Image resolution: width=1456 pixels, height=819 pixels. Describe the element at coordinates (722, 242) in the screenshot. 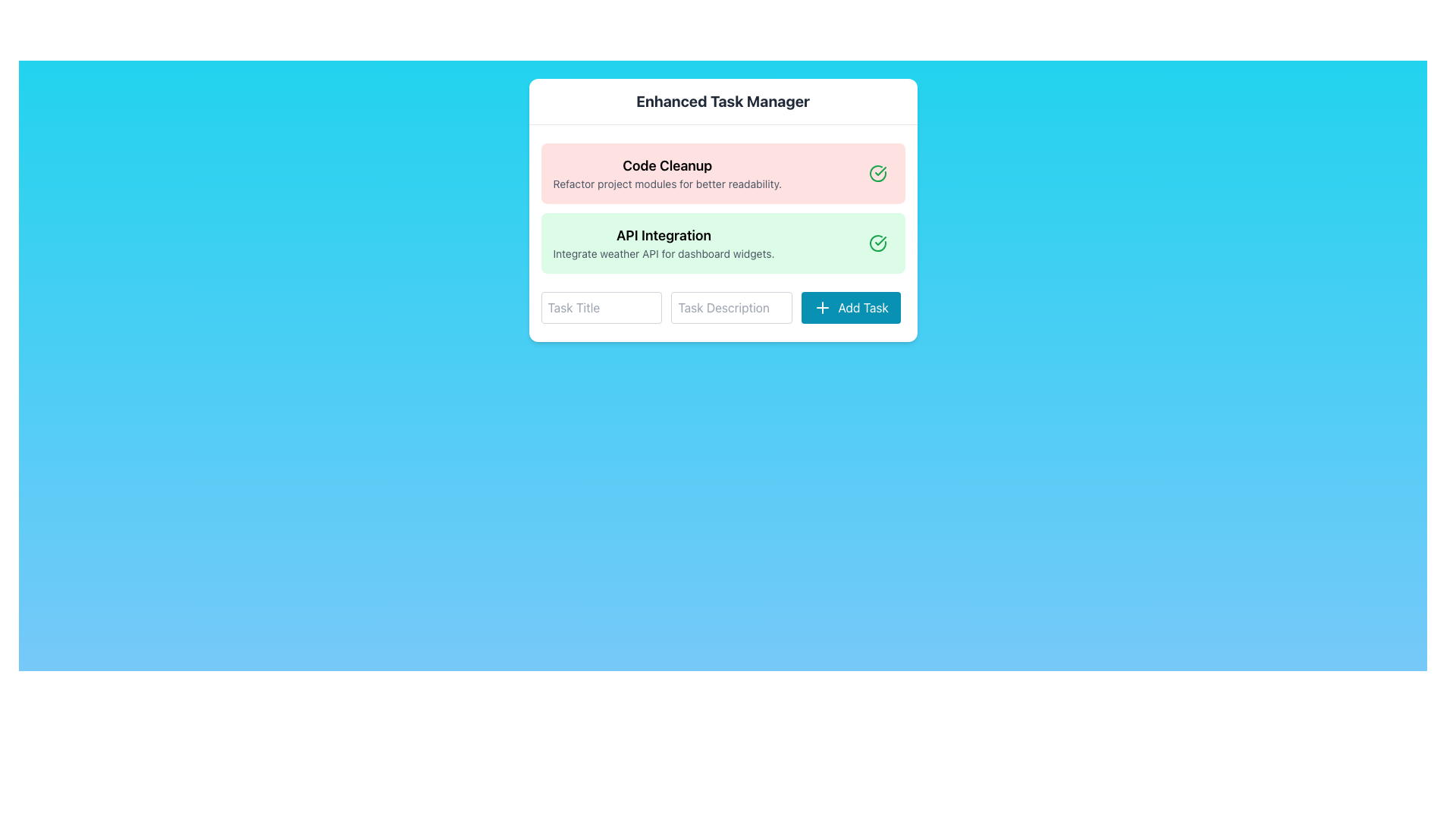

I see `the text block titled 'API Integration' which has a description about integrating weather API, located below the 'Code Cleanup' task` at that location.